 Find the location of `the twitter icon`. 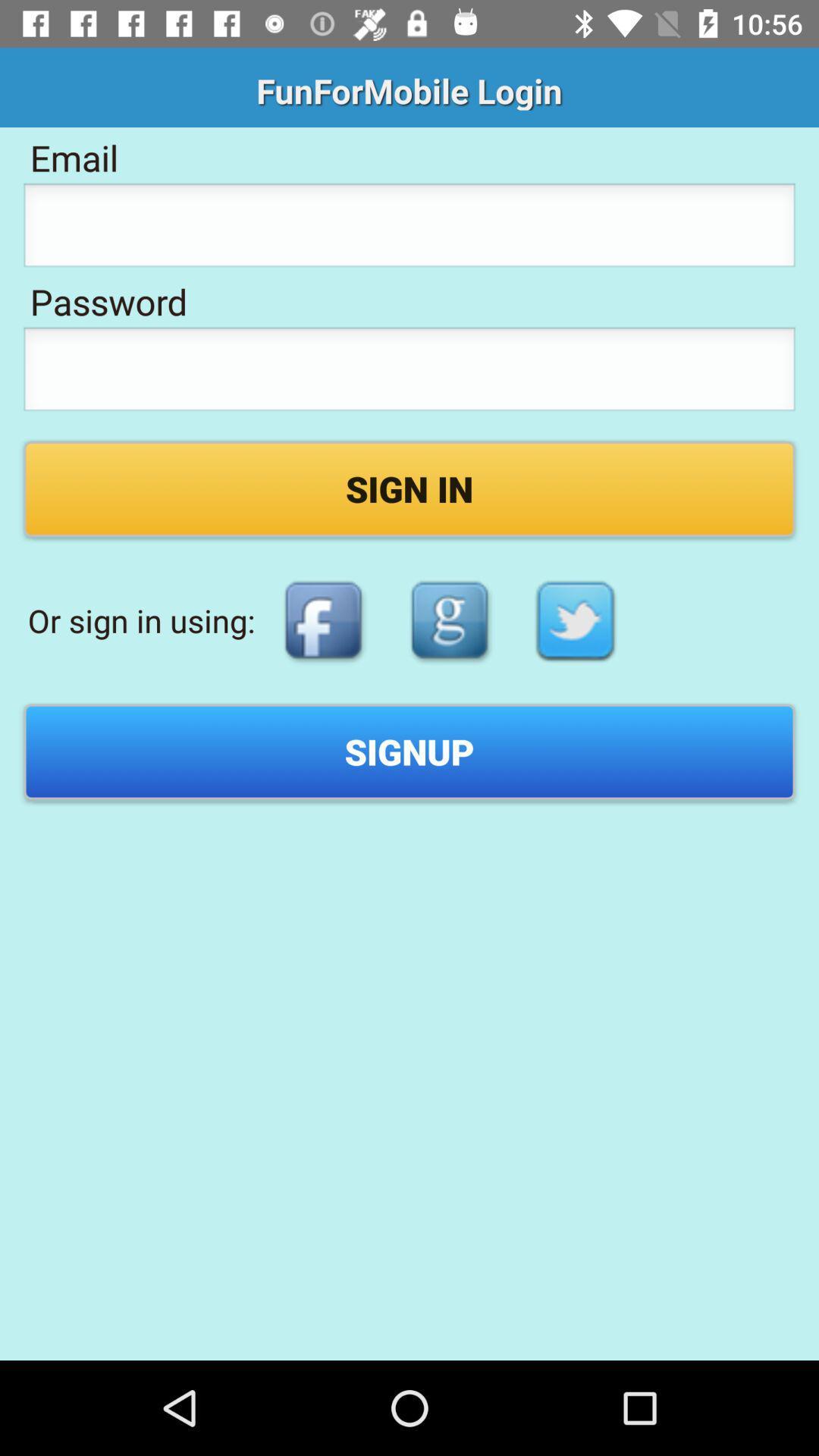

the twitter icon is located at coordinates (576, 620).